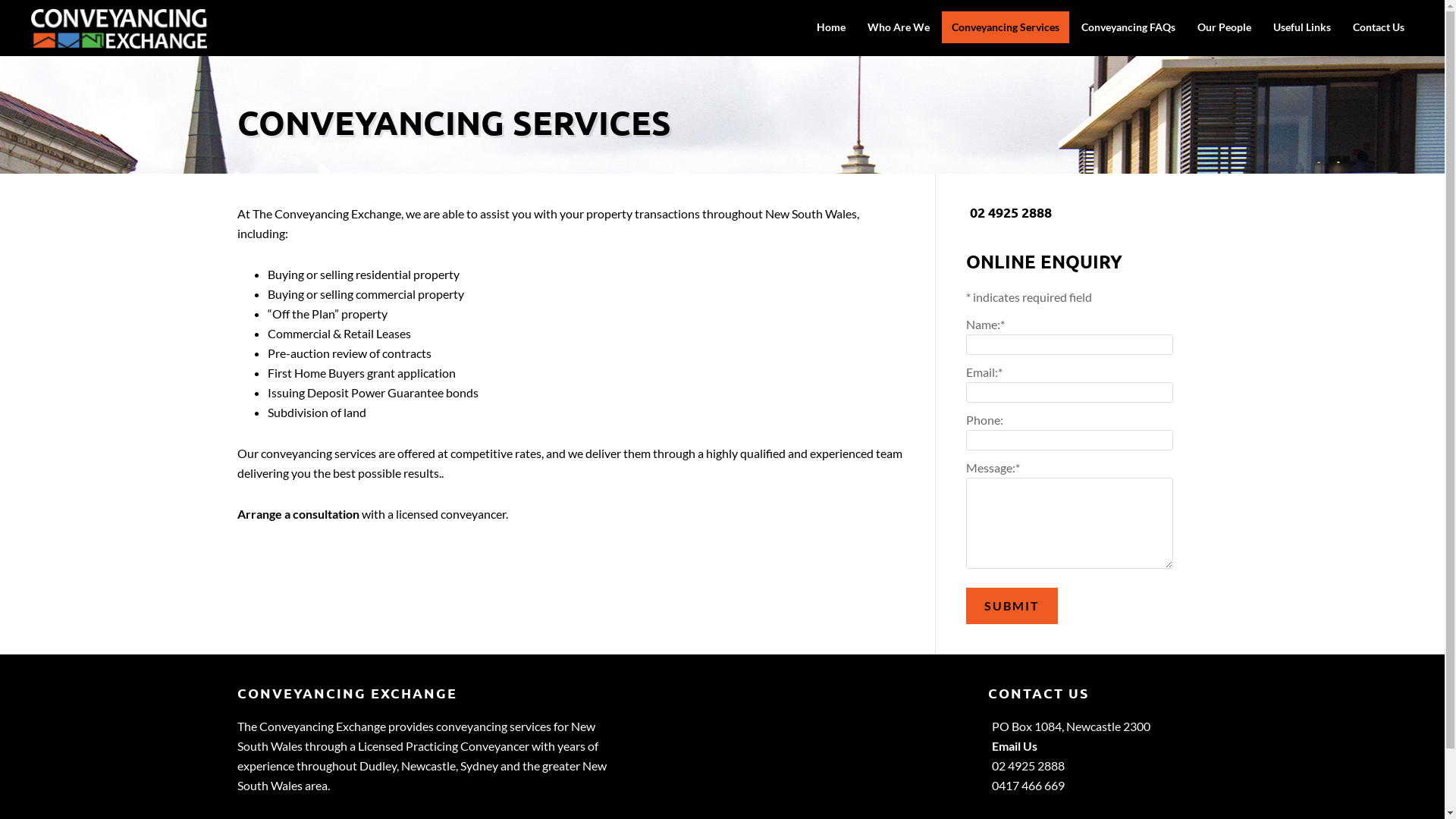 The image size is (1456, 819). I want to click on 'Conveyancing FAQs', so click(1128, 27).